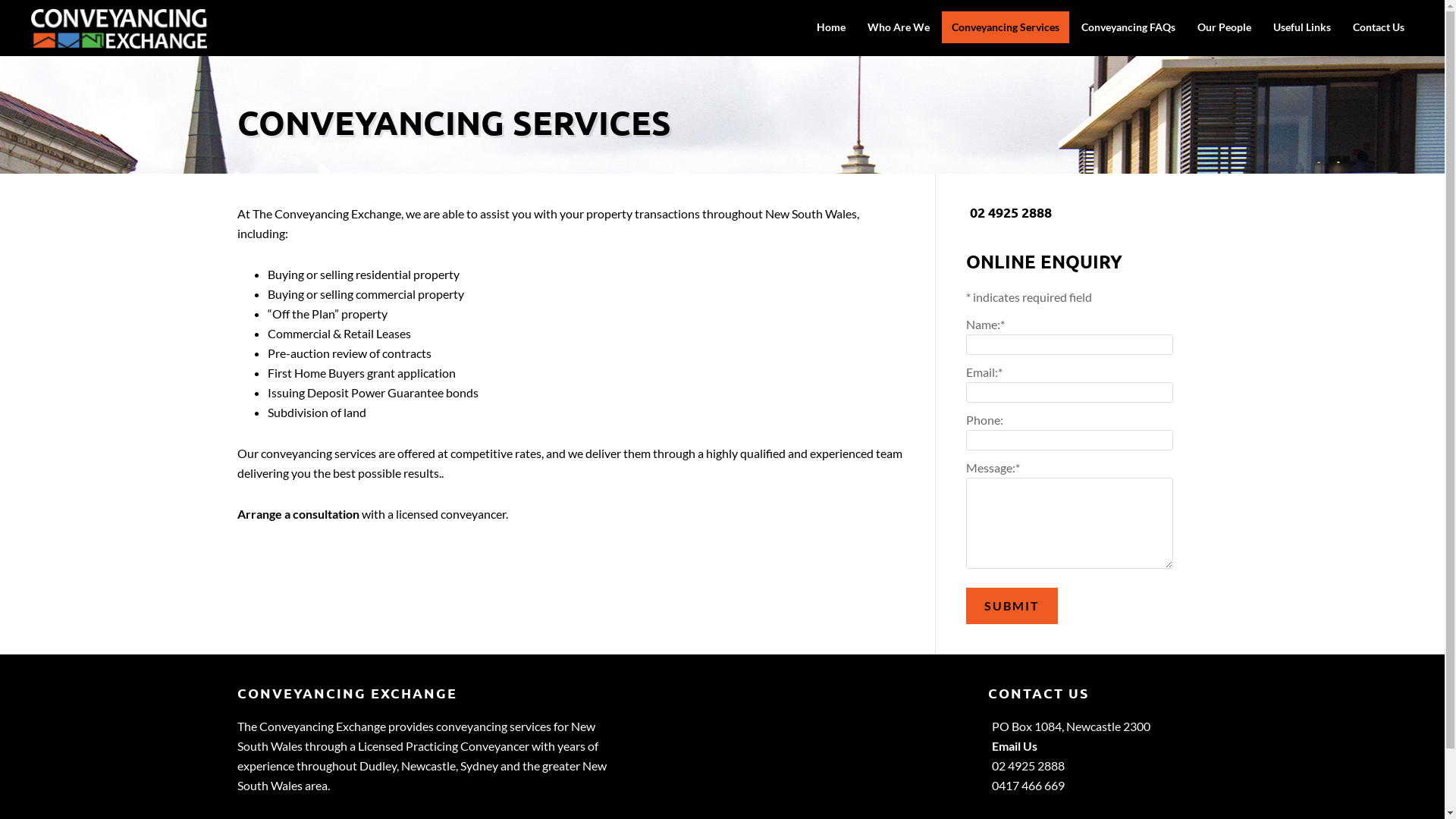 The image size is (1456, 819). I want to click on 'Conveyancing FAQs', so click(1128, 27).